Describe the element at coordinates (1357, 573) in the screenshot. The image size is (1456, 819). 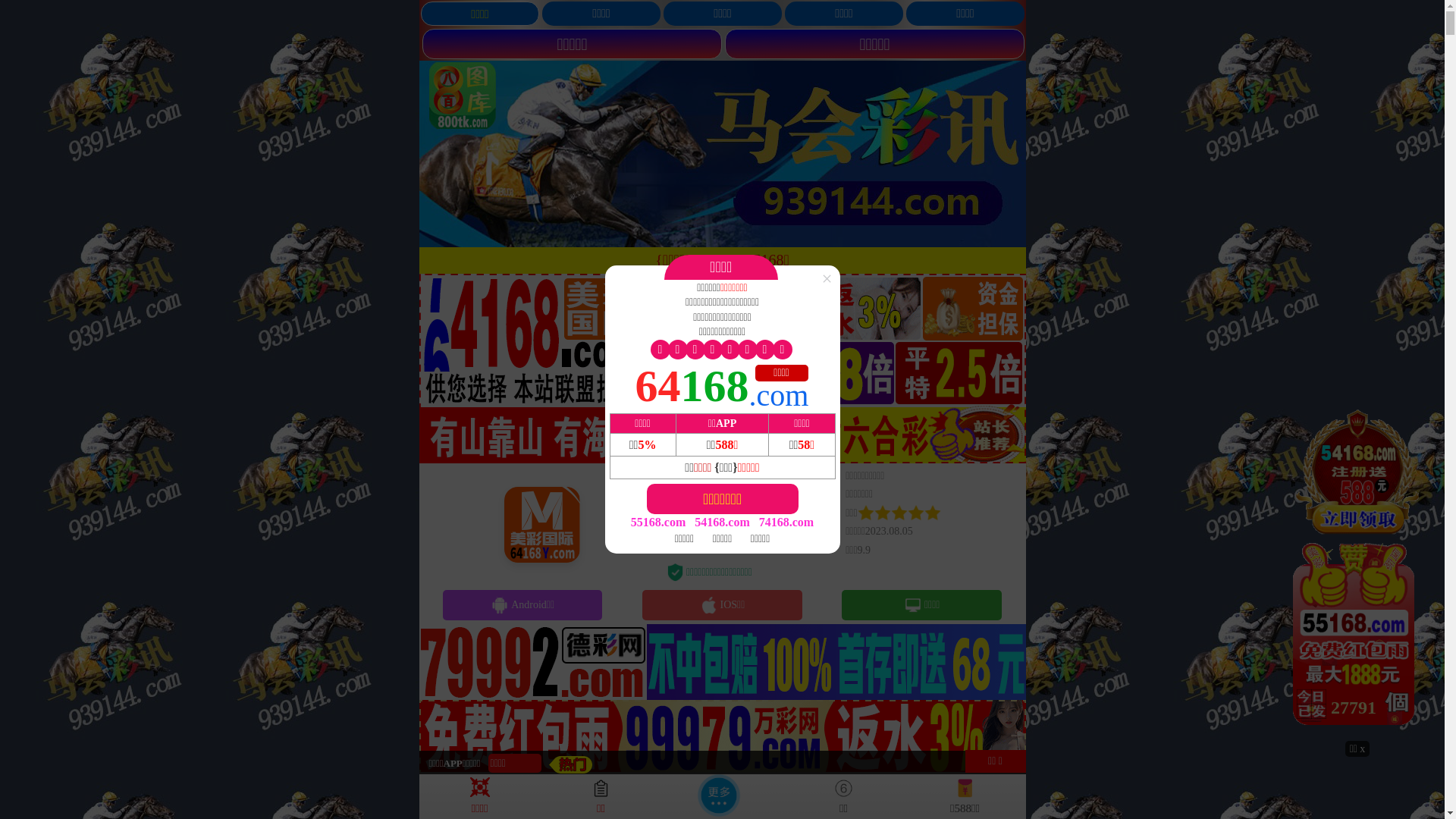
I see `'27959'` at that location.